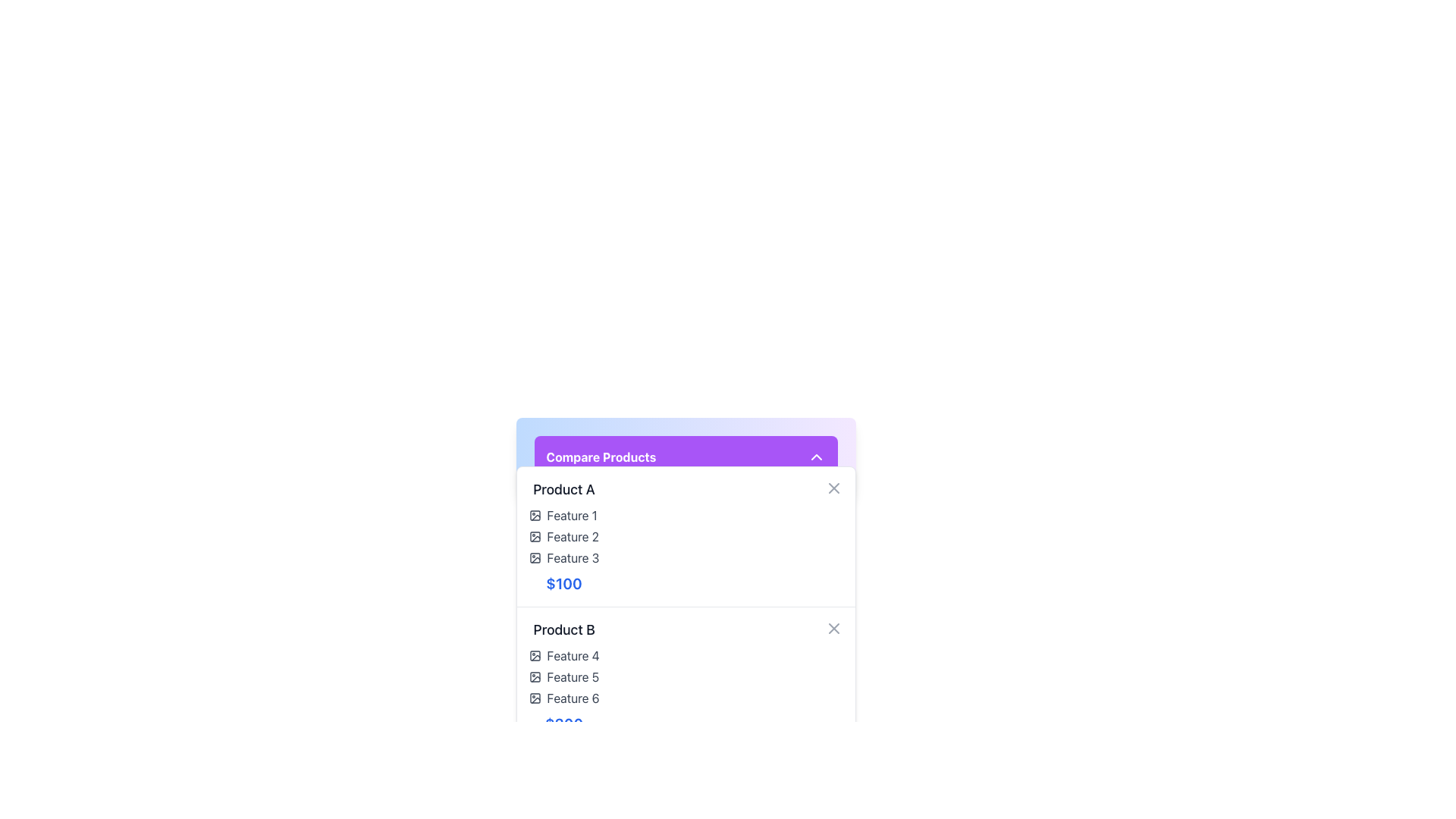 Image resolution: width=1456 pixels, height=819 pixels. I want to click on the informational text element 'Product B', which is displayed in a bold medium weight dark gray font within the comparison interface, so click(563, 629).